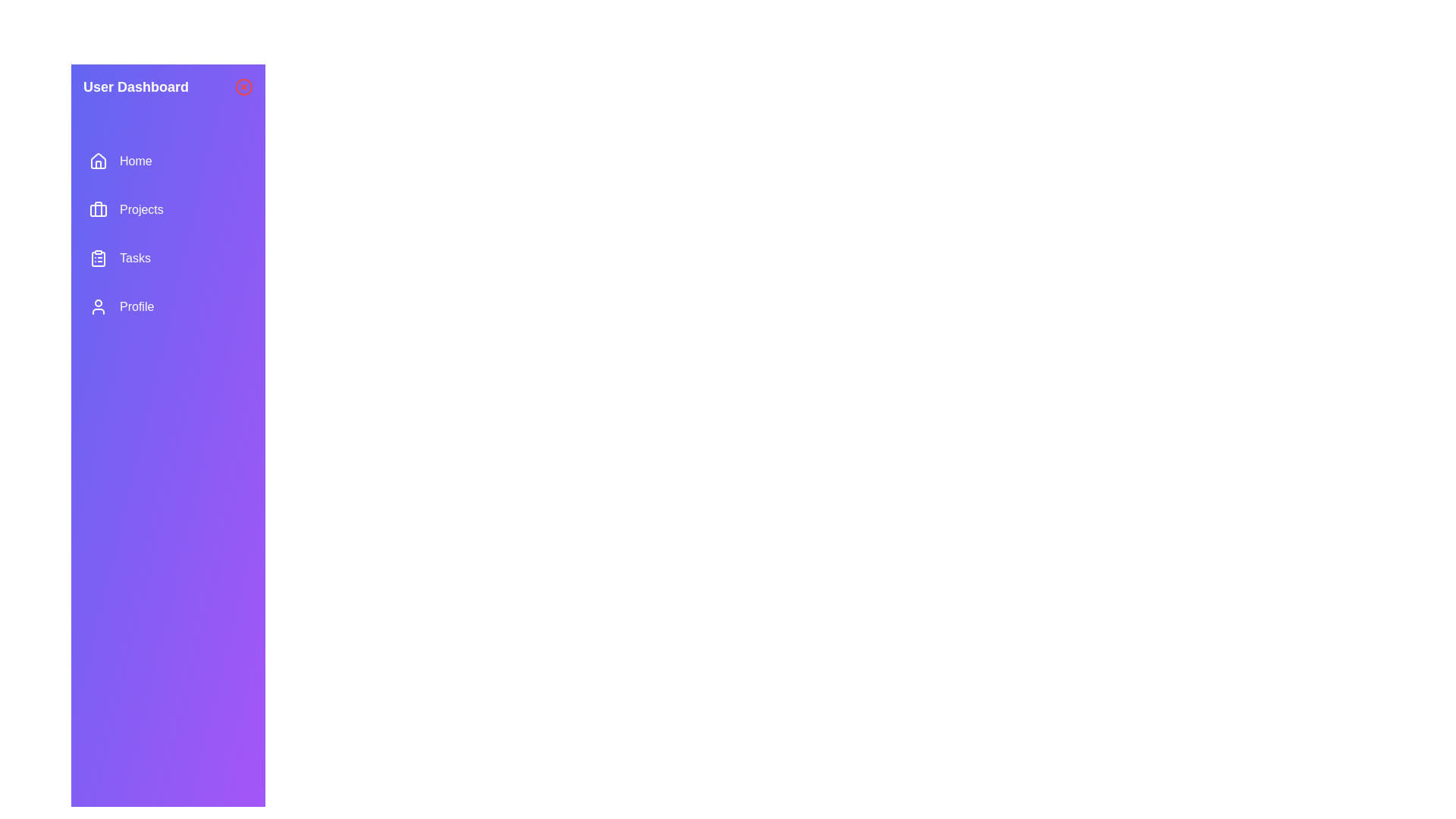 Image resolution: width=1456 pixels, height=819 pixels. I want to click on the vertical rectangular line that forms part of the briefcase icon located in the second row of the sidebar menu, adjacent to the 'Projects' label, so click(97, 209).